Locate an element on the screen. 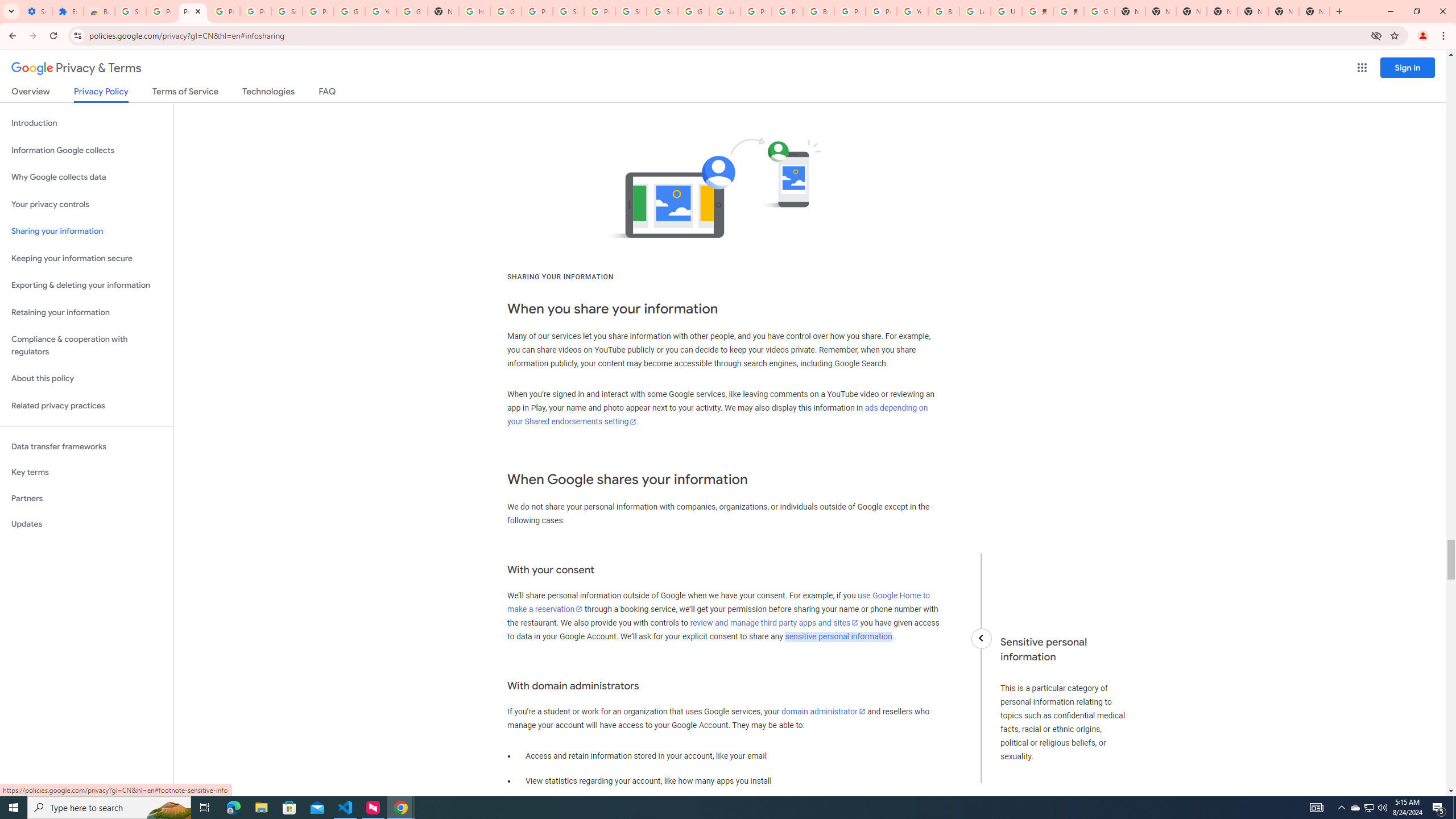 This screenshot has height=819, width=1456. 'Technologies' is located at coordinates (268, 93).